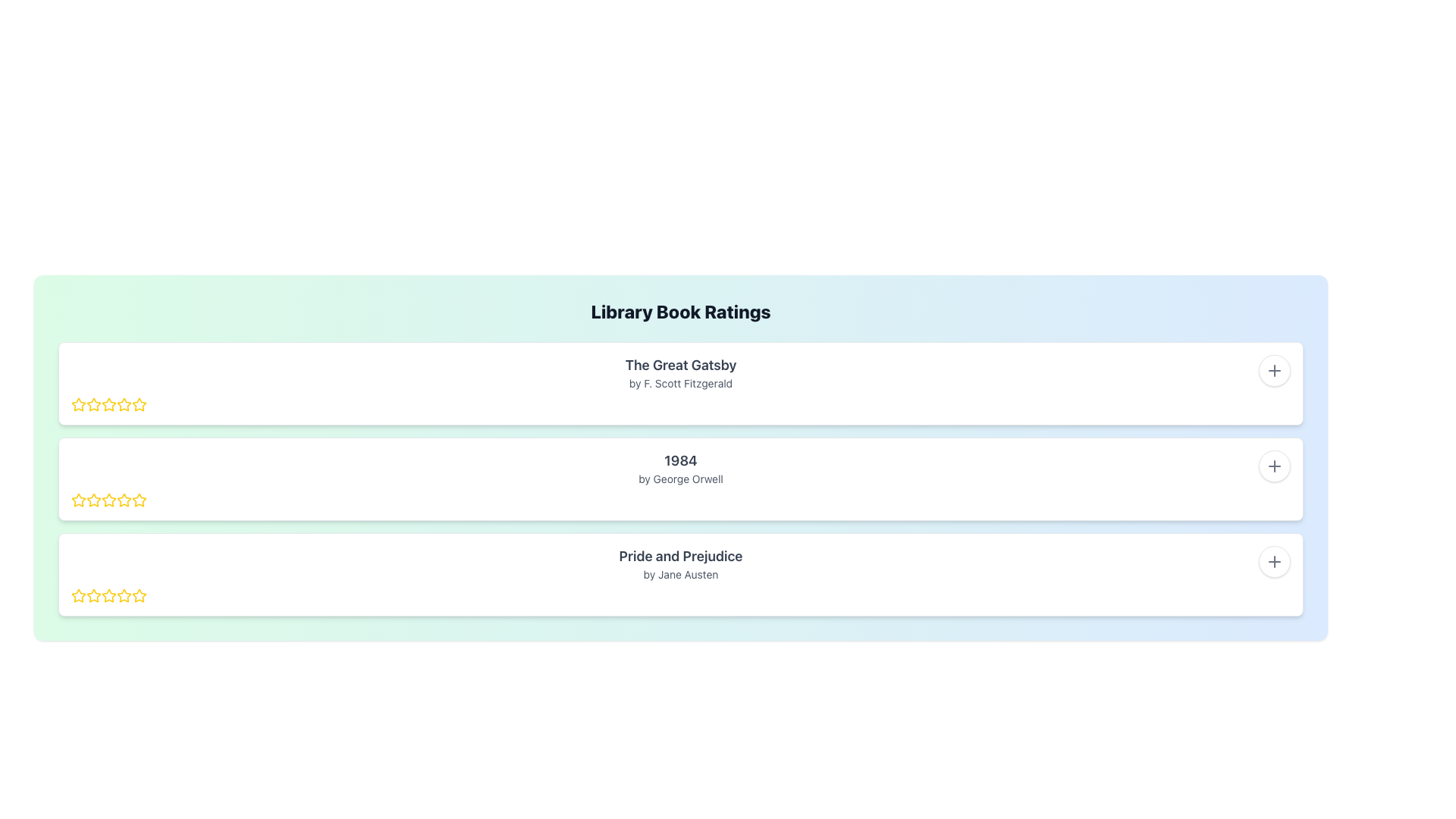 This screenshot has width=1456, height=819. I want to click on the third star in the horizontally aligned set of five yellow outlined star icons located under the '1984 by George Orwell' section in the 'Library Book Ratings' interface, so click(108, 500).